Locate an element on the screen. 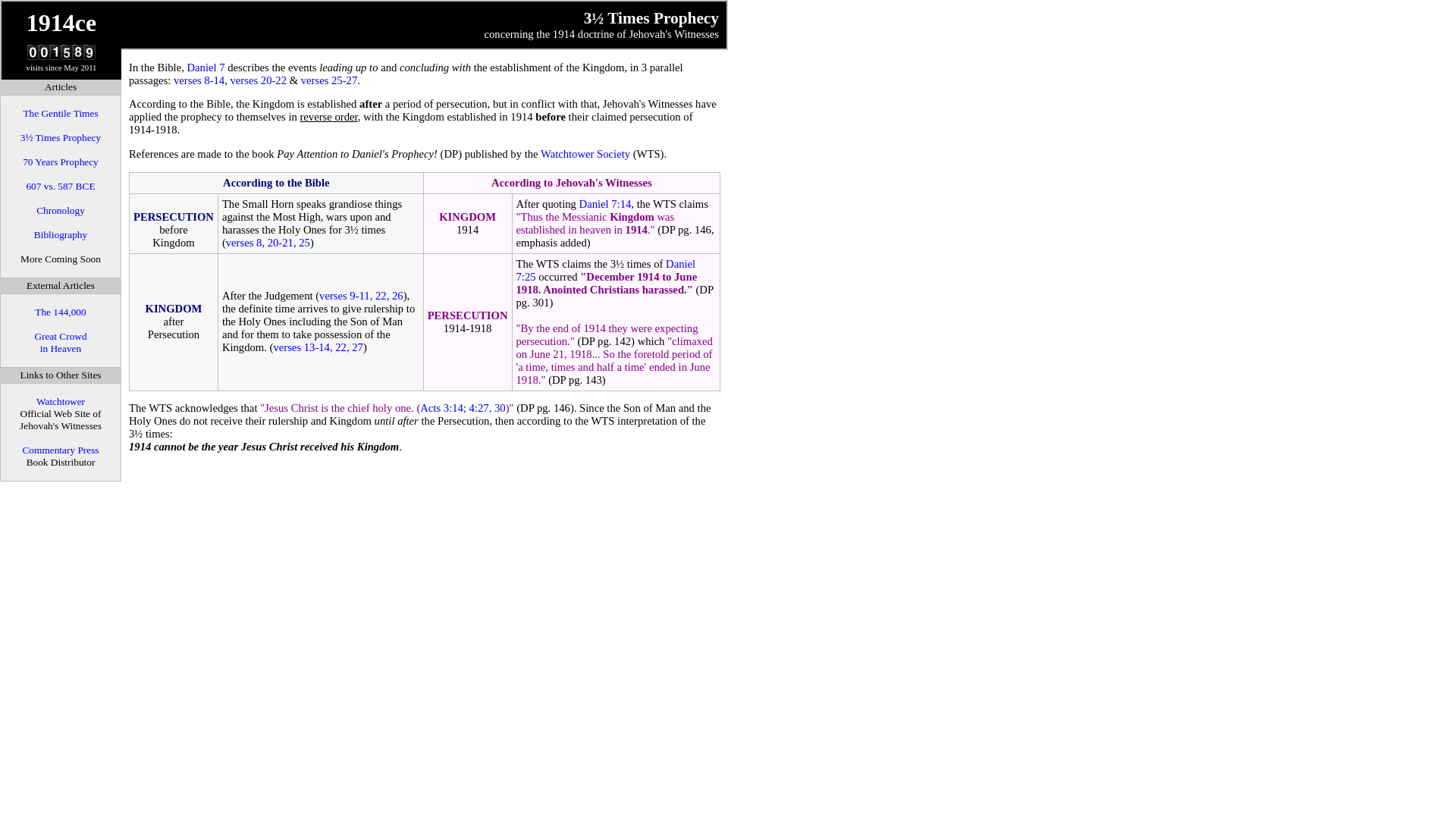 The height and width of the screenshot is (819, 1456). 'verses 20-22' is located at coordinates (258, 80).